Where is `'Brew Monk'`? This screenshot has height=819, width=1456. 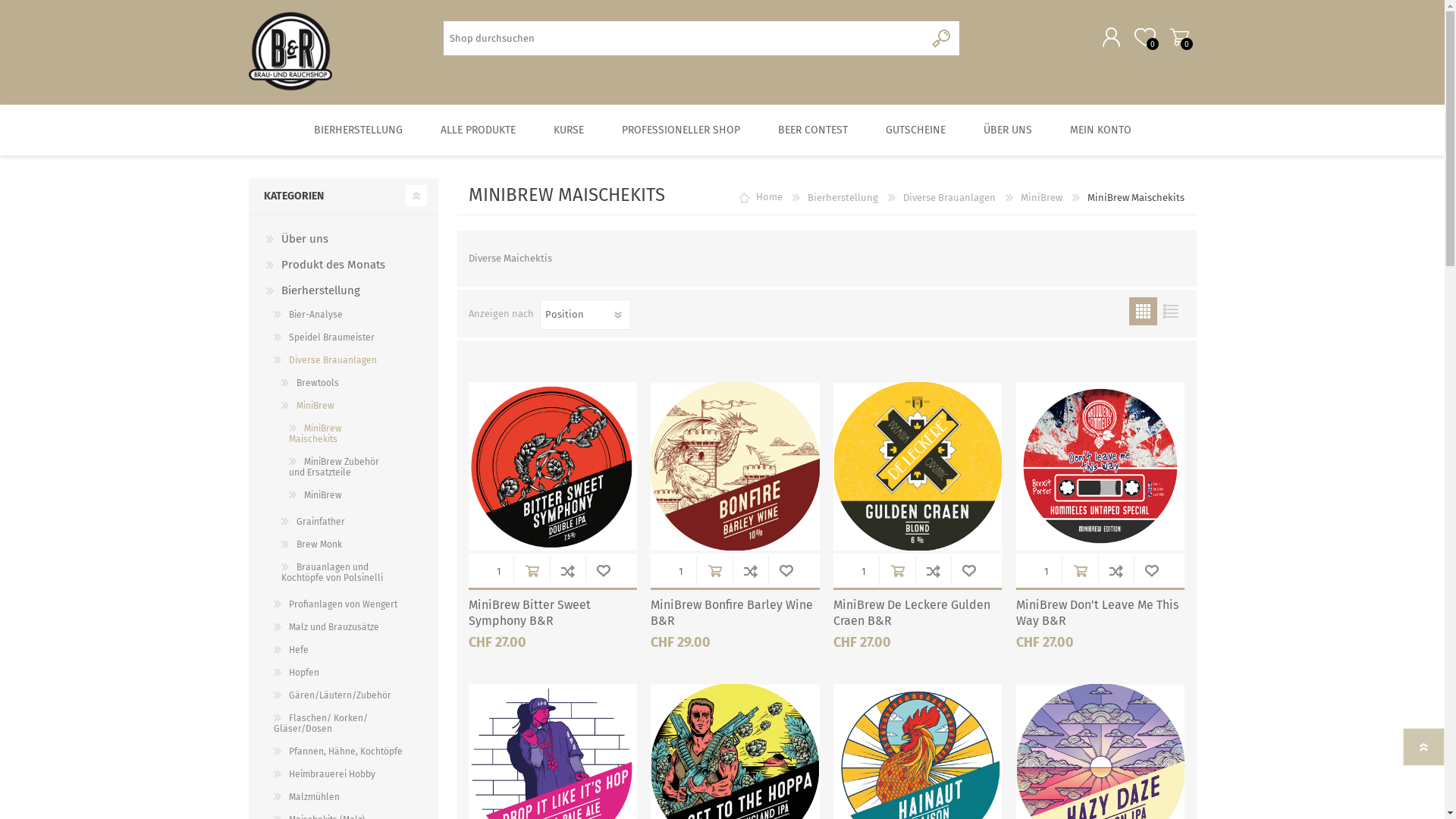
'Brew Monk' is located at coordinates (311, 543).